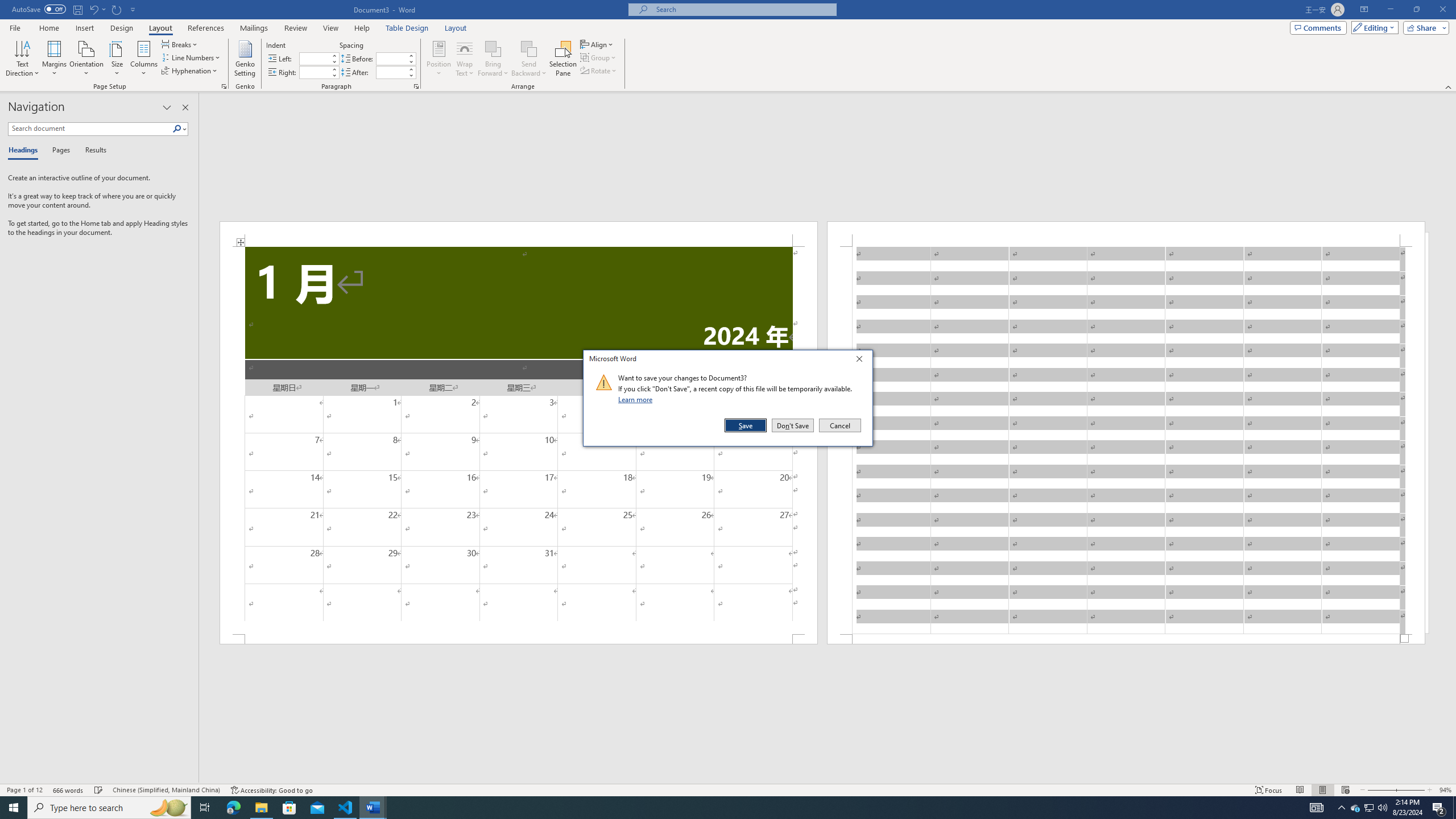  Describe the element at coordinates (190, 69) in the screenshot. I see `'Hyphenation'` at that location.